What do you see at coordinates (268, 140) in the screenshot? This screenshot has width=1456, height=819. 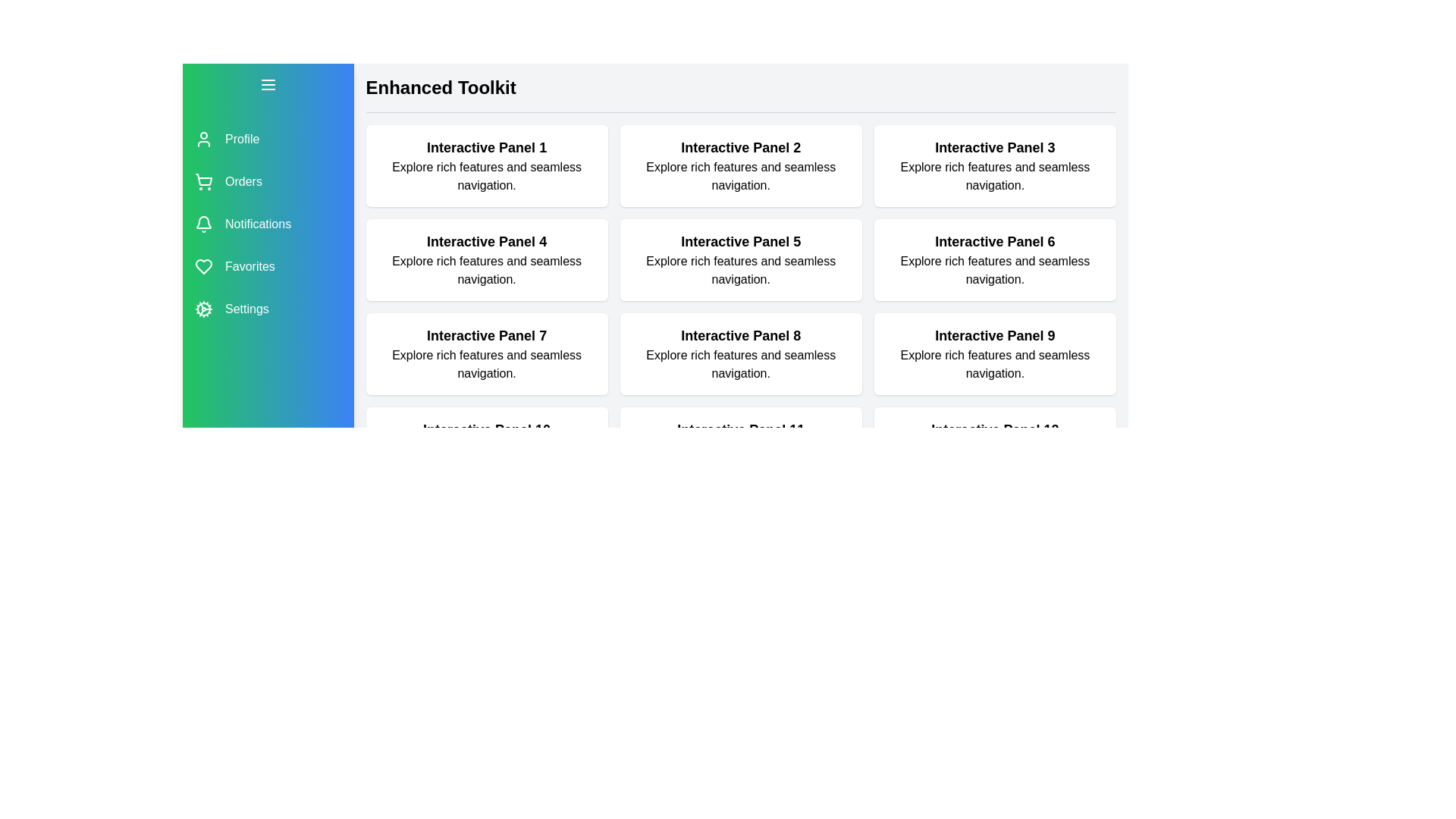 I see `the menu item labeled Profile` at bounding box center [268, 140].